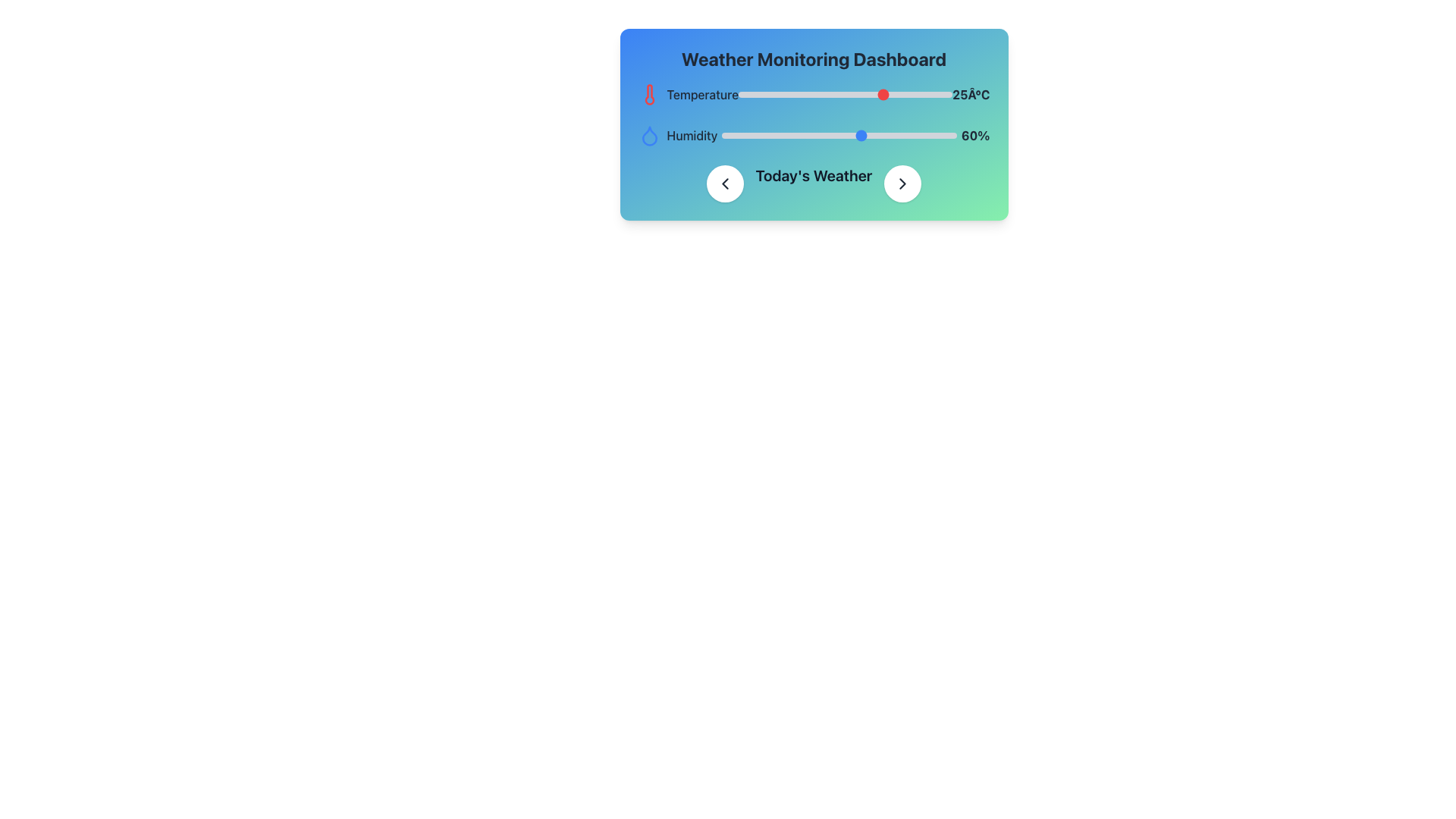 This screenshot has height=819, width=1456. What do you see at coordinates (764, 134) in the screenshot?
I see `humidity` at bounding box center [764, 134].